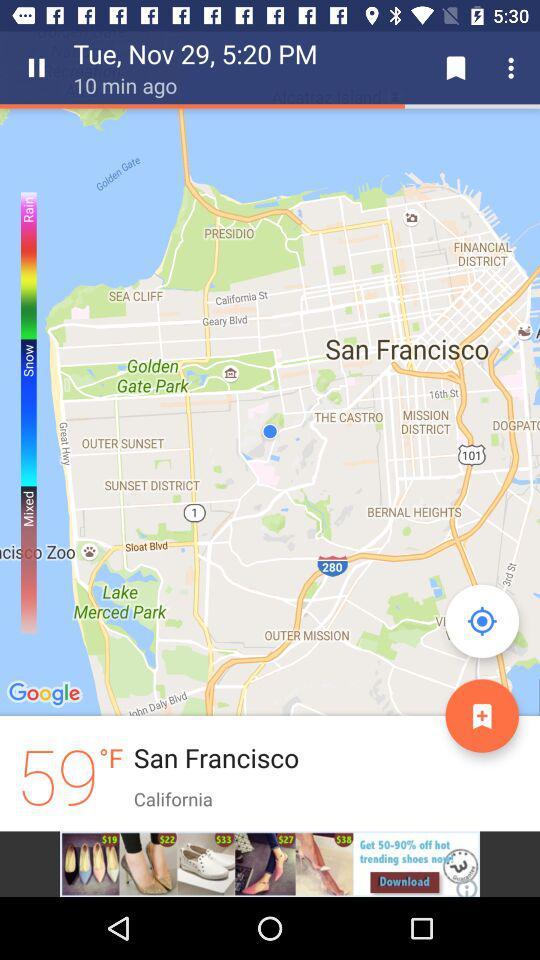 The height and width of the screenshot is (960, 540). I want to click on information, so click(481, 715).